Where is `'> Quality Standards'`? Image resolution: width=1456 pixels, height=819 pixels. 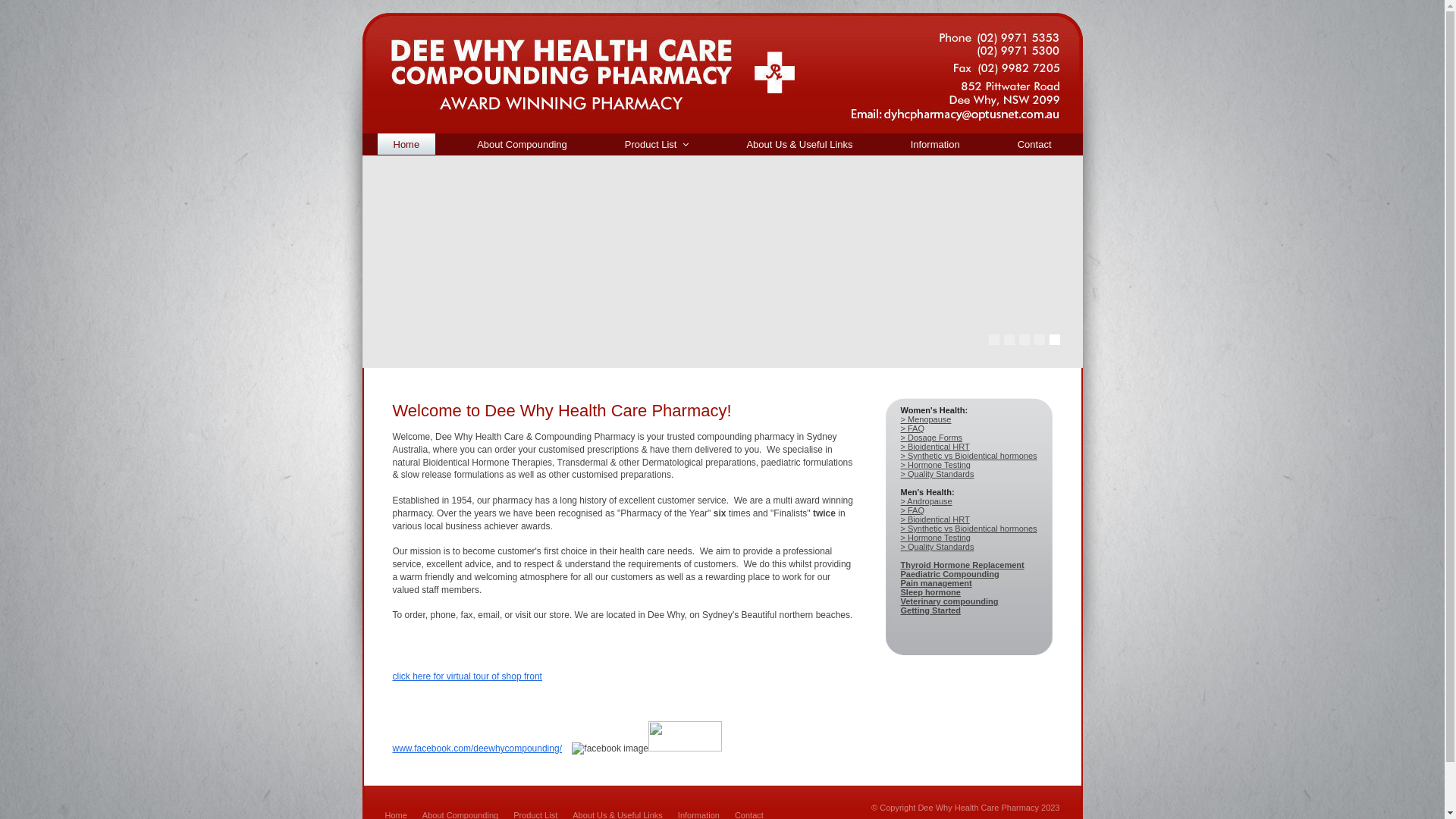 '> Quality Standards' is located at coordinates (937, 472).